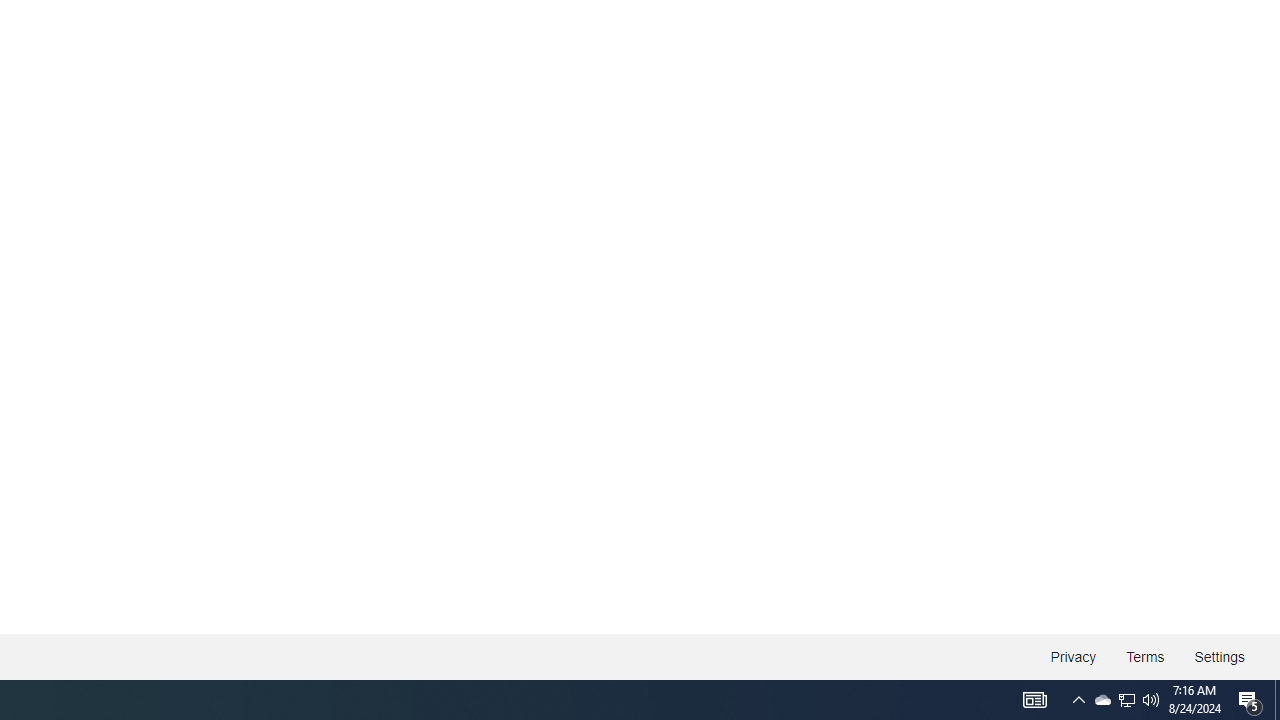  I want to click on 'Privacy', so click(1072, 657).